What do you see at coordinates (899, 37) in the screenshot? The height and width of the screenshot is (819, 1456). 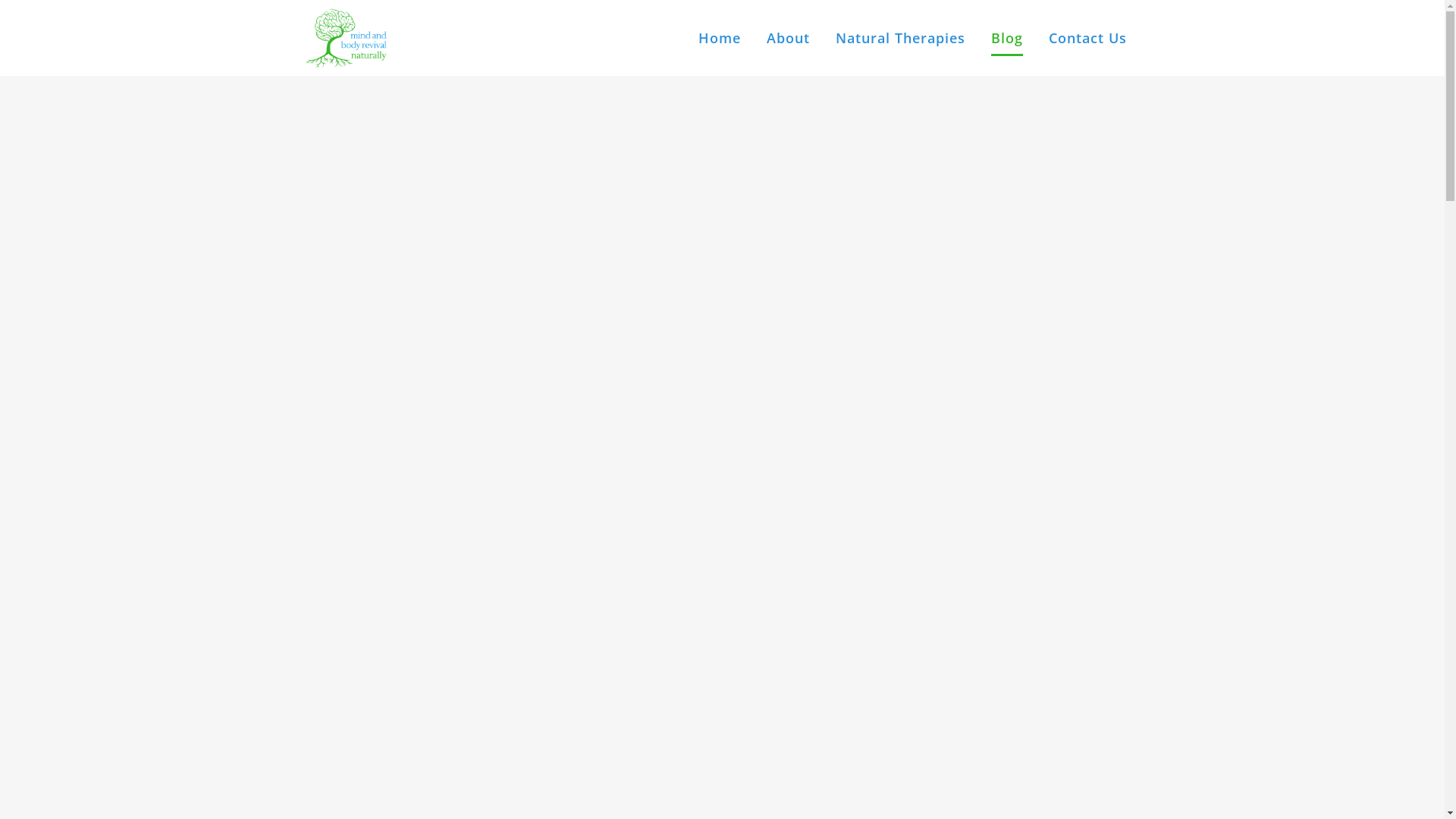 I see `'Natural Therapies'` at bounding box center [899, 37].